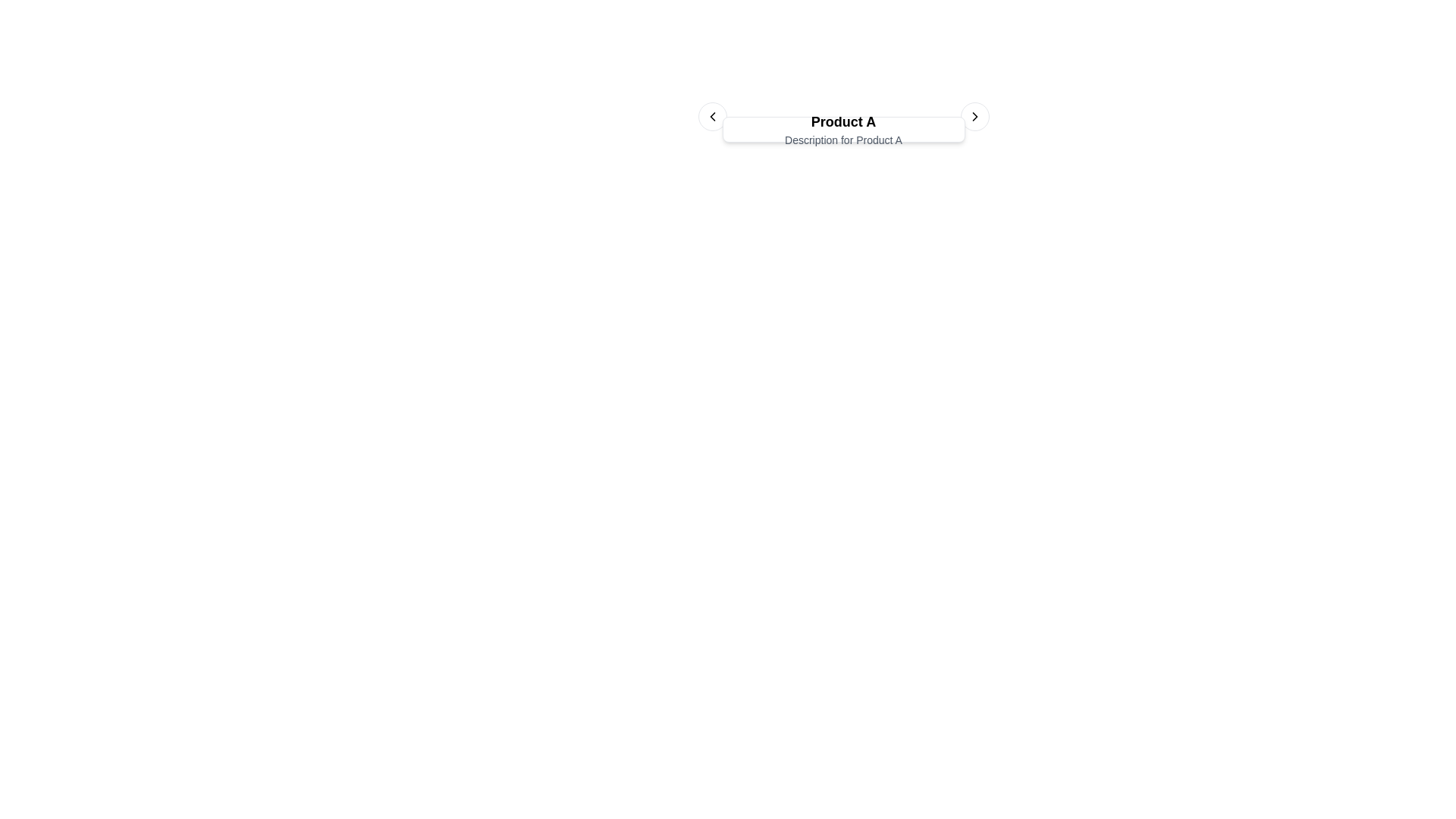  I want to click on the icon located at the far-right side of the product information component, so click(974, 116).